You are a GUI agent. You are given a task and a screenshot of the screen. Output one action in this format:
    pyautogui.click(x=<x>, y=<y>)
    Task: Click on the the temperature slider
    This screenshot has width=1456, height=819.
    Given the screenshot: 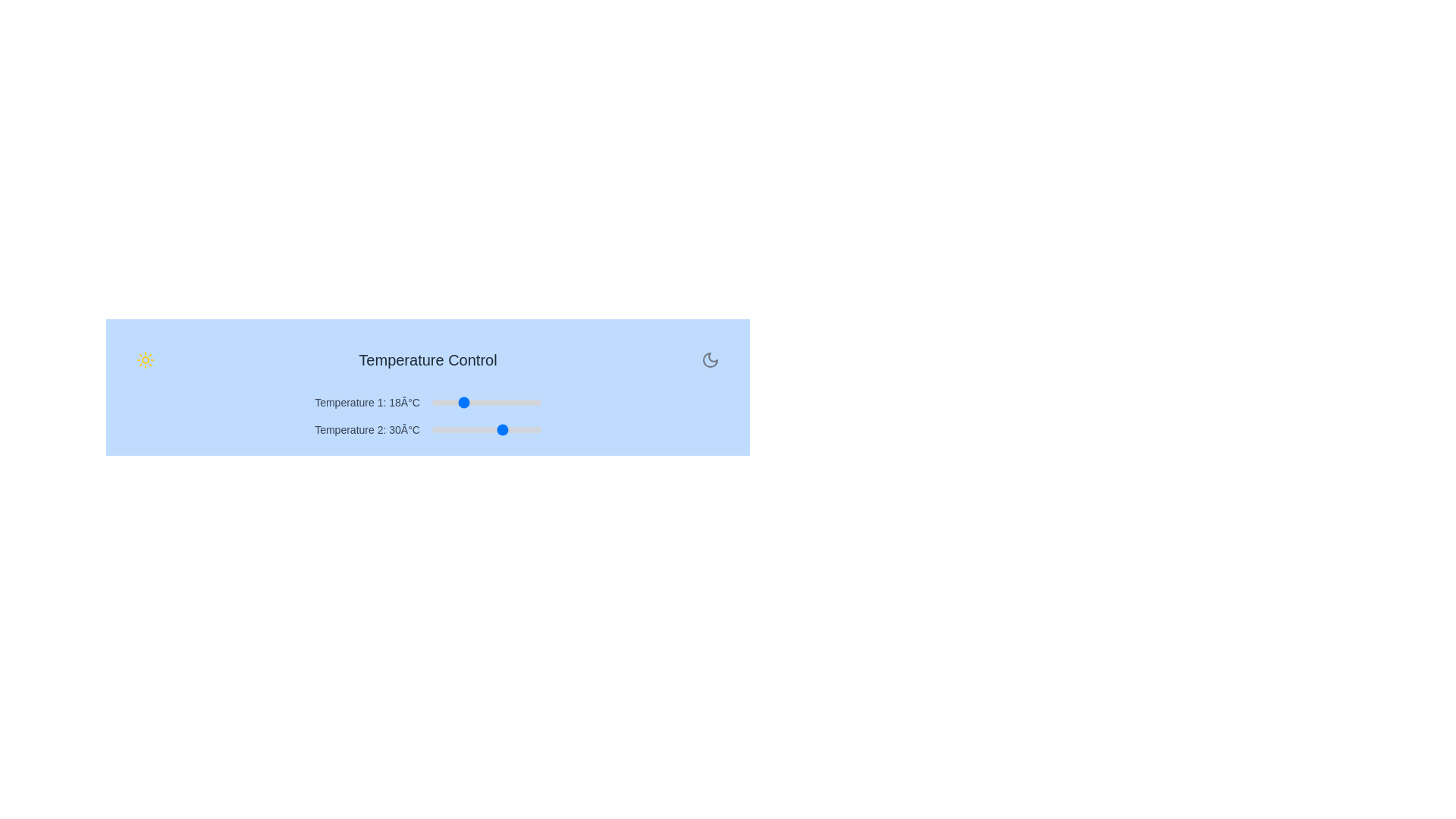 What is the action you would take?
    pyautogui.click(x=457, y=430)
    